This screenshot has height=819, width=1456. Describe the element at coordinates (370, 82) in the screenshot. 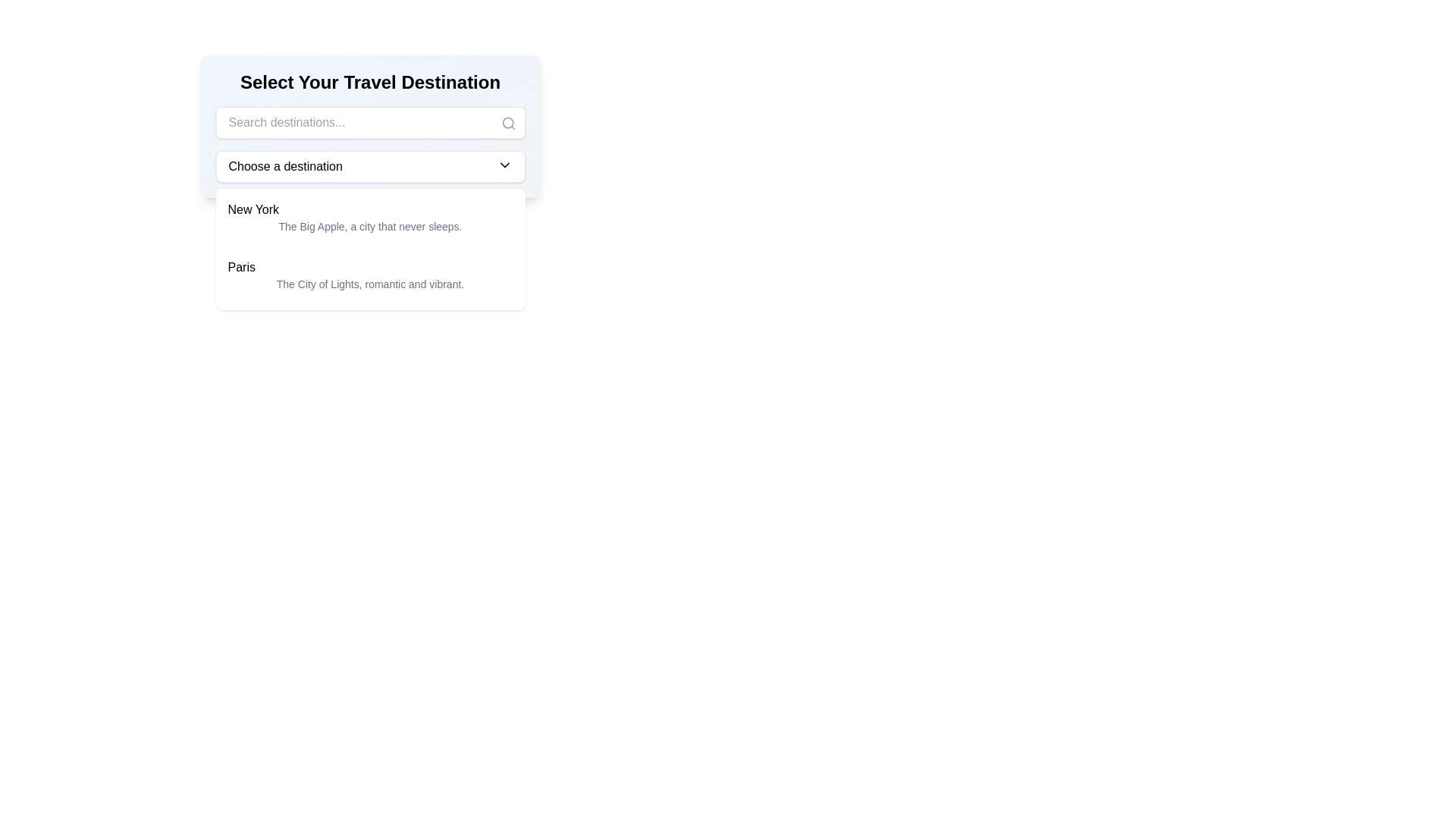

I see `the text heading 'Select Your Travel Destination' which is centrally positioned at the top of a light-gray pane in the travel selection interface` at that location.